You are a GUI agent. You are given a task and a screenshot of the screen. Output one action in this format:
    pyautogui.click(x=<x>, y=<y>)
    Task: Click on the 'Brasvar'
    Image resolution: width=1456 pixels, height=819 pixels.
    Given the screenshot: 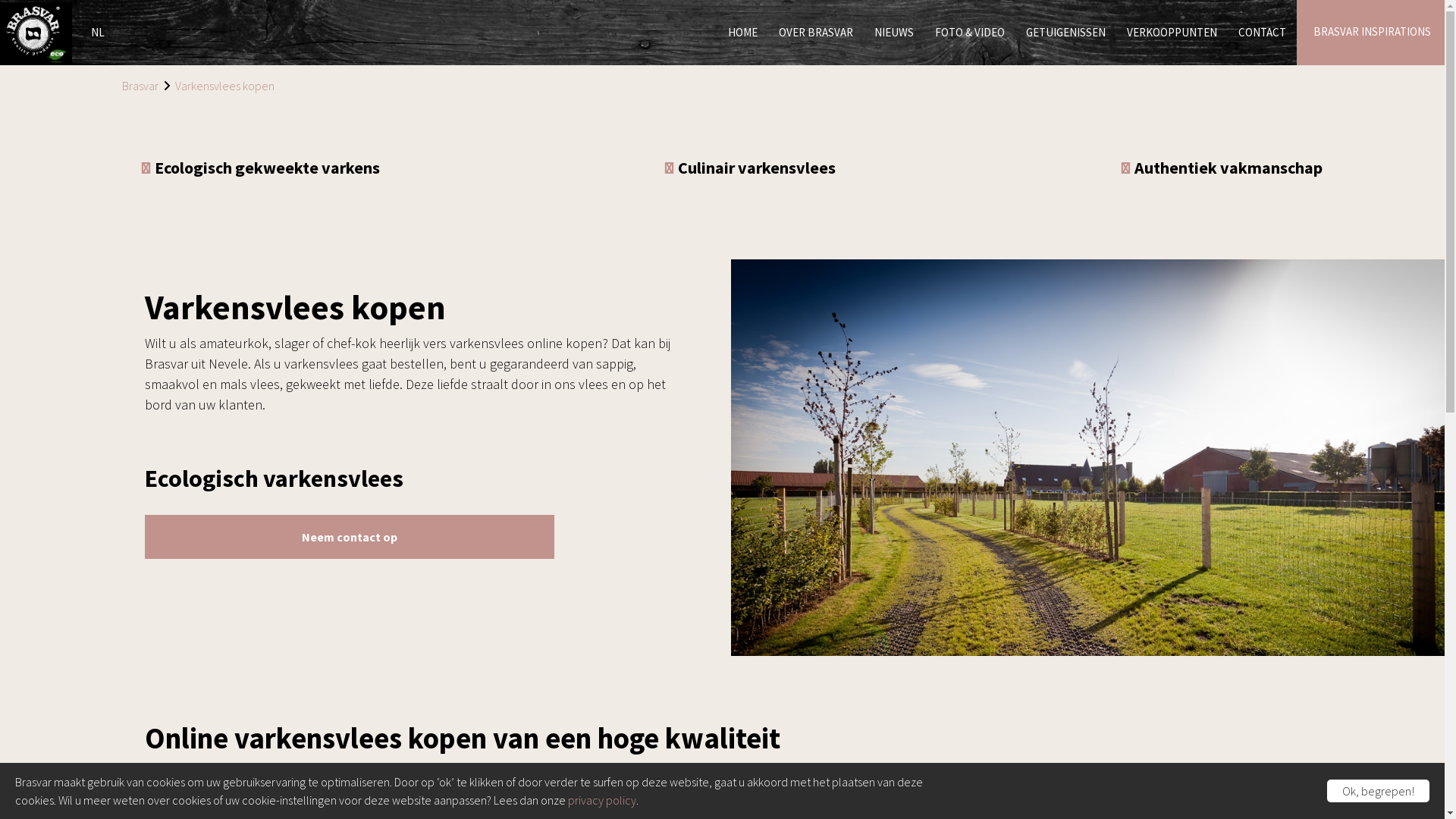 What is the action you would take?
    pyautogui.click(x=140, y=85)
    